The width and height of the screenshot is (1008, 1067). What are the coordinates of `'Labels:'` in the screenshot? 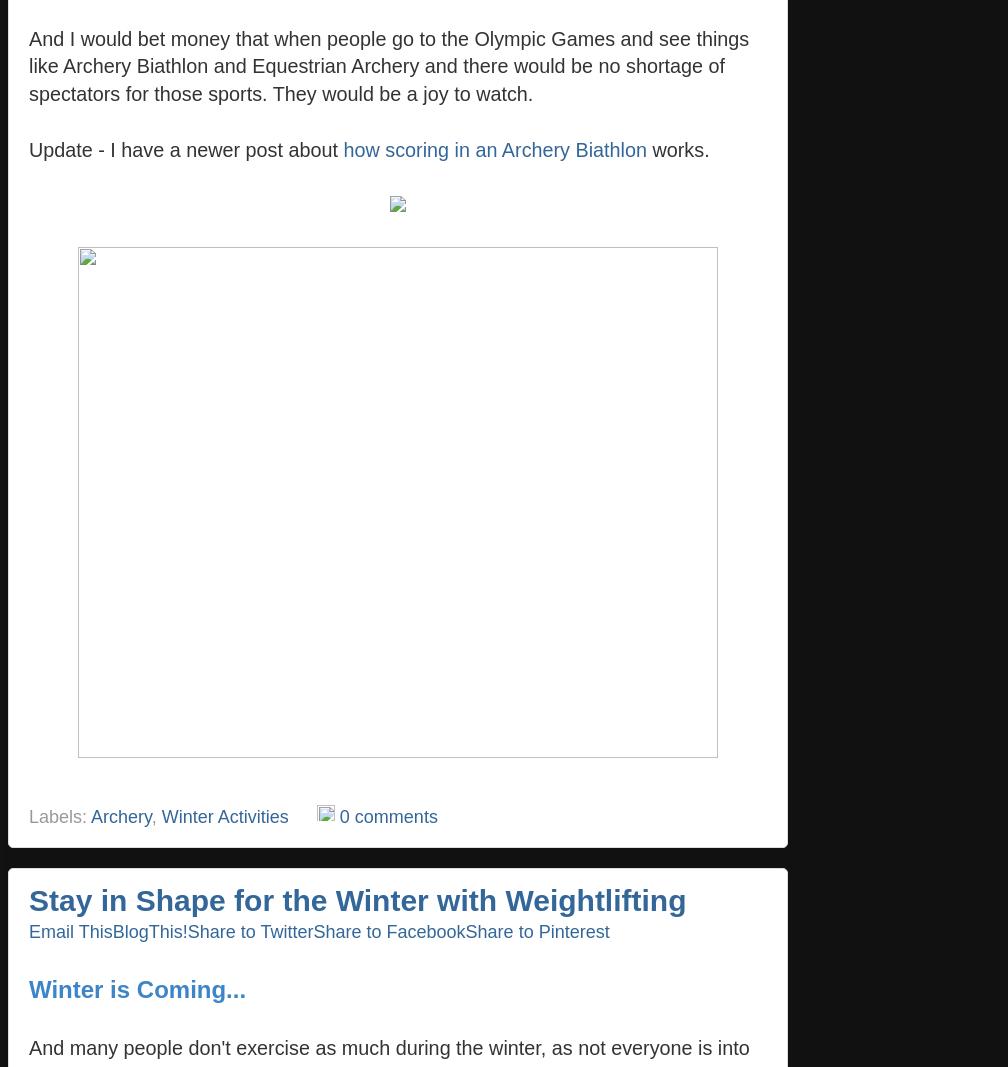 It's located at (59, 815).